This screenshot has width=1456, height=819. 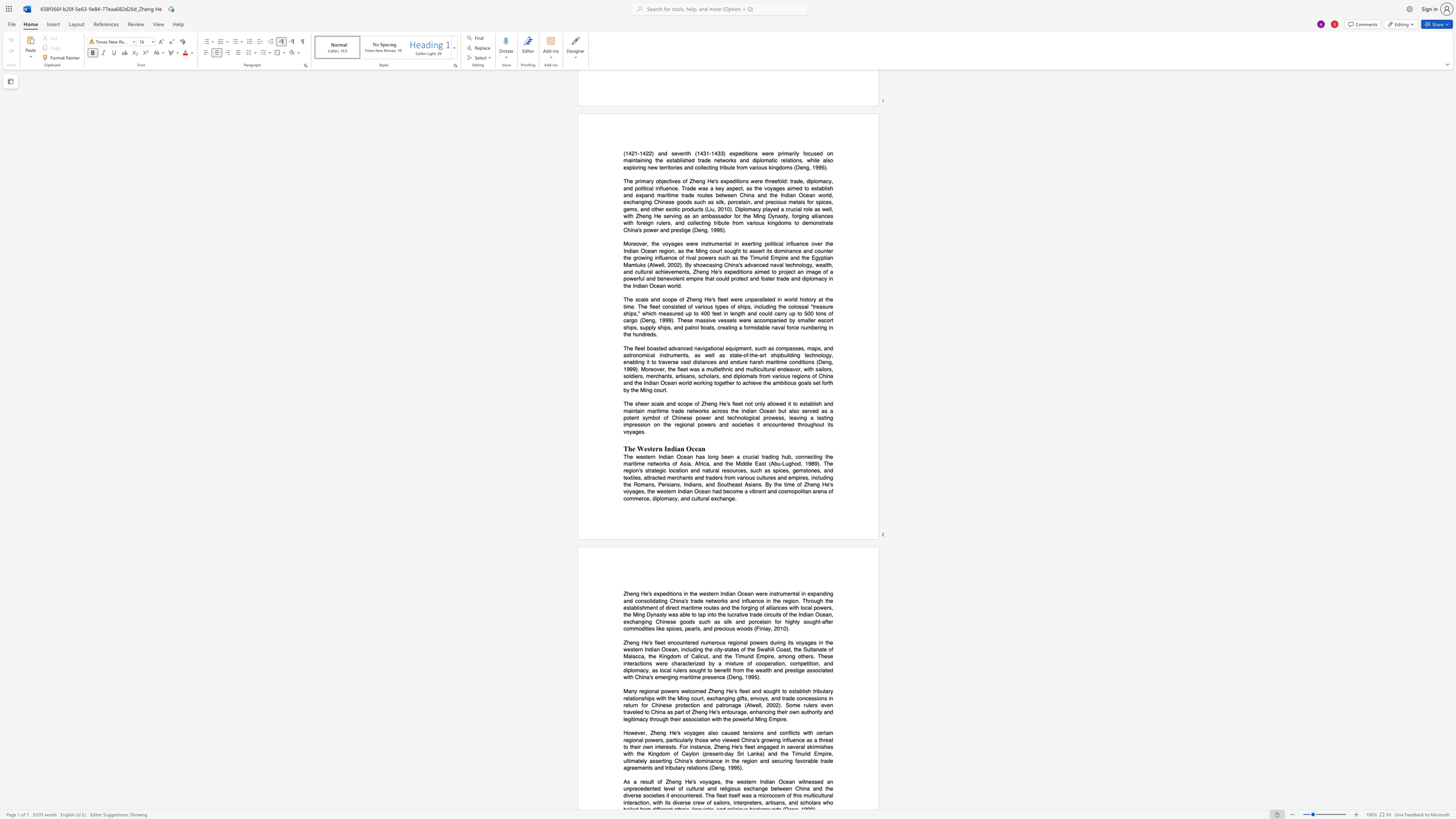 I want to click on the subset text "Western Indi" within the text "The Western Indian Ocean", so click(x=637, y=448).